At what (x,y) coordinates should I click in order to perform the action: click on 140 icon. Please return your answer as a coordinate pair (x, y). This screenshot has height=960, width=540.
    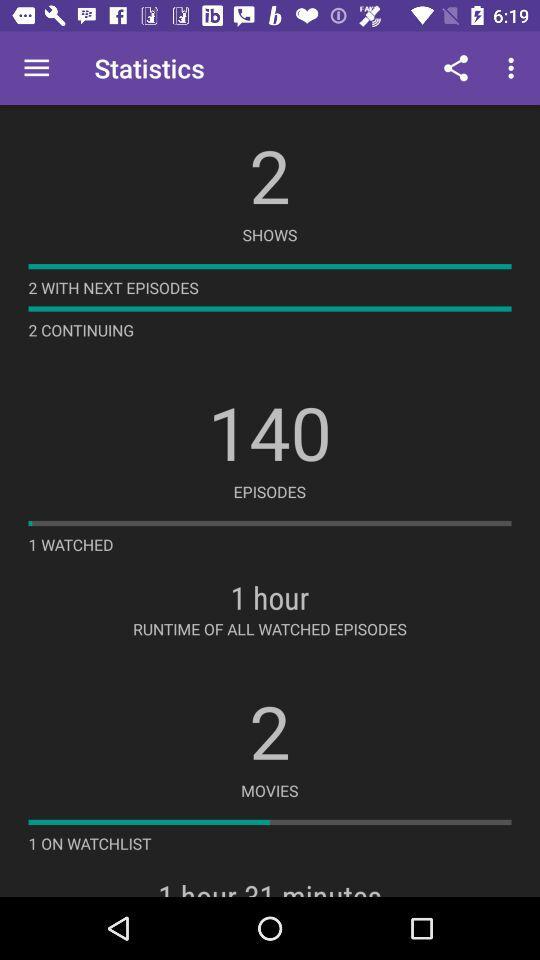
    Looking at the image, I should click on (270, 432).